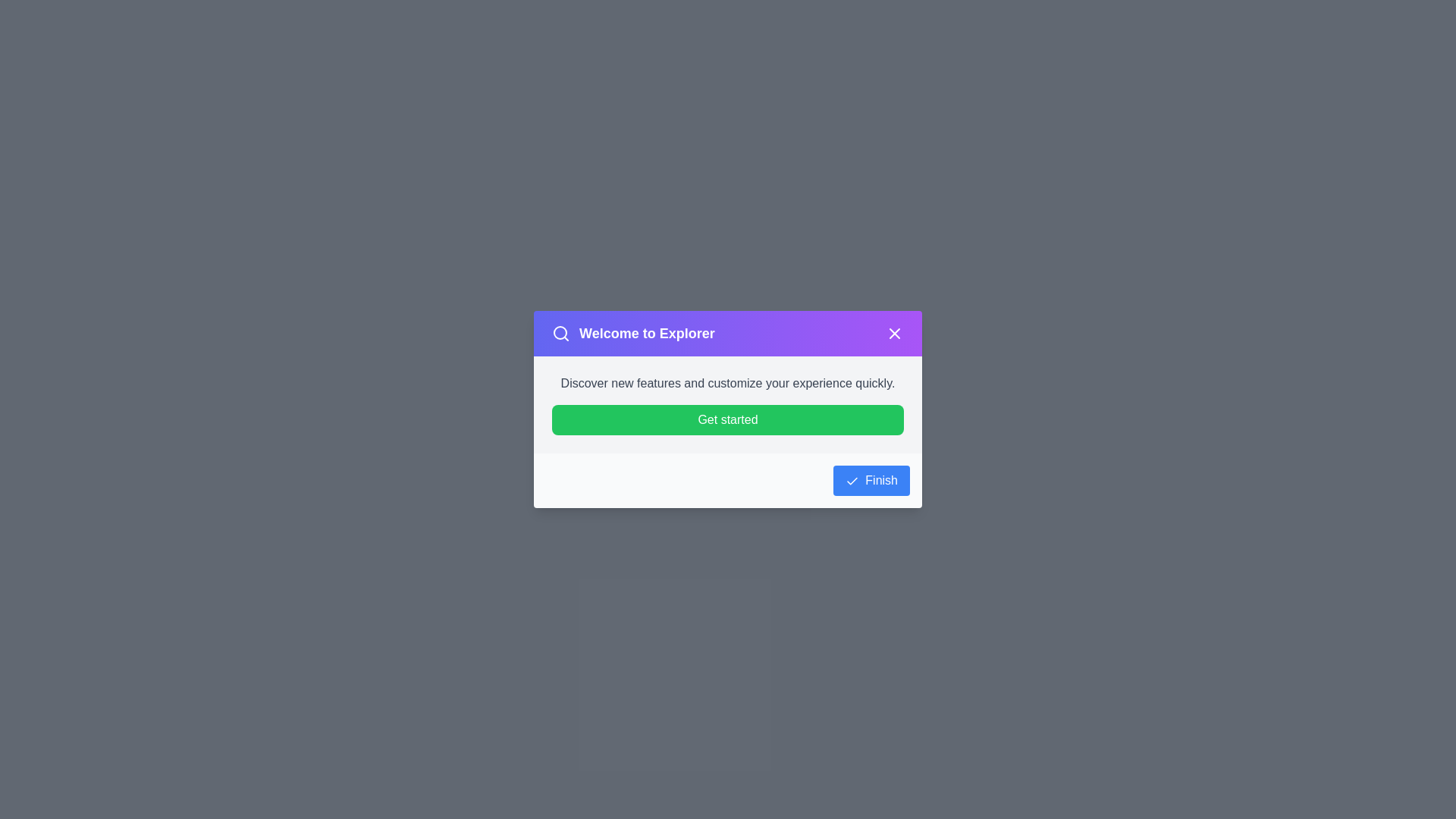 The width and height of the screenshot is (1456, 819). What do you see at coordinates (728, 420) in the screenshot?
I see `'Get started' button in the dialog` at bounding box center [728, 420].